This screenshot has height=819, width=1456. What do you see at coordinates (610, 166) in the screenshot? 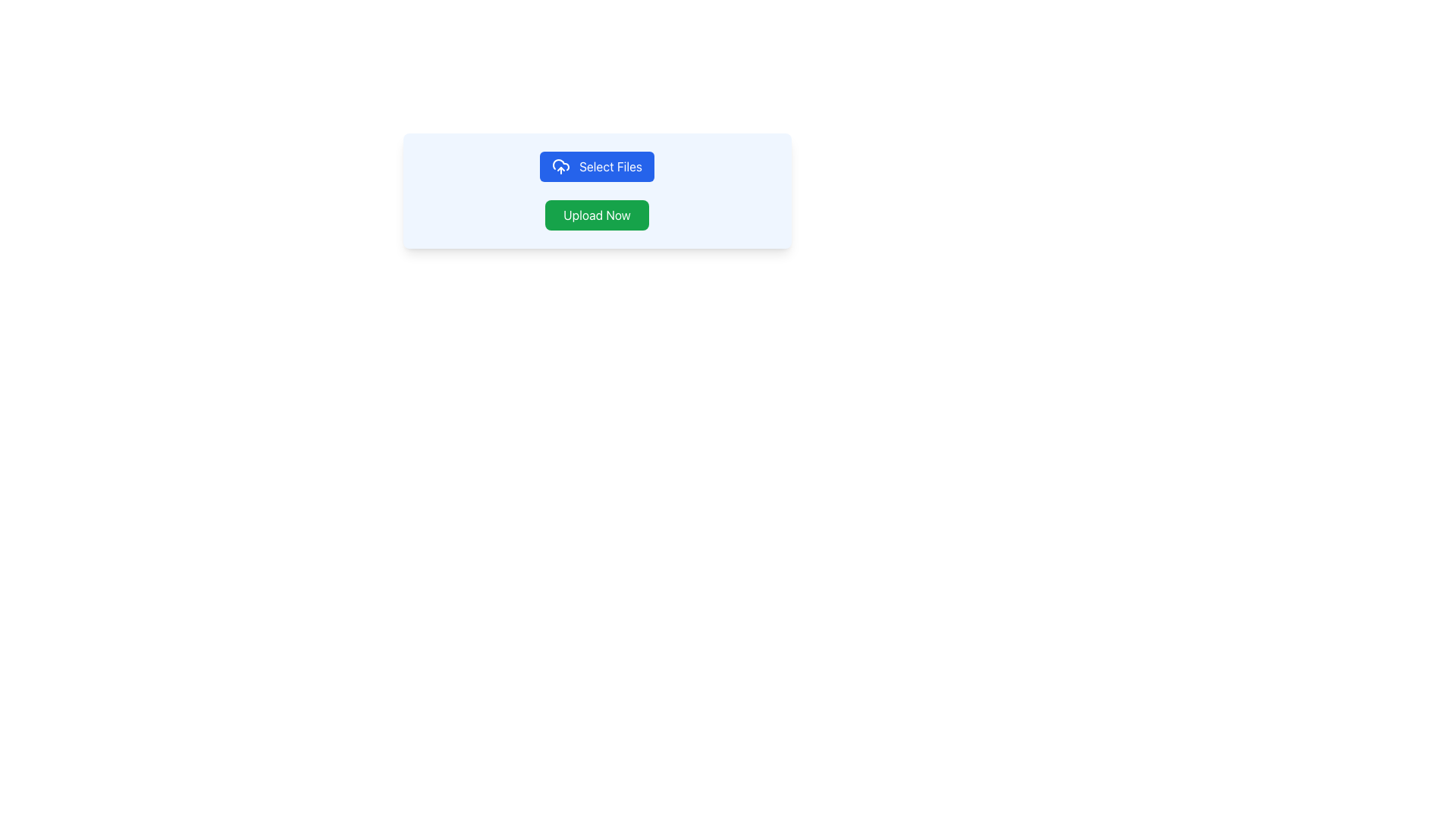
I see `the 'Select Files' button text label that indicates its purpose, positioned at the top-center of the layout, right next to the cloud icon` at bounding box center [610, 166].